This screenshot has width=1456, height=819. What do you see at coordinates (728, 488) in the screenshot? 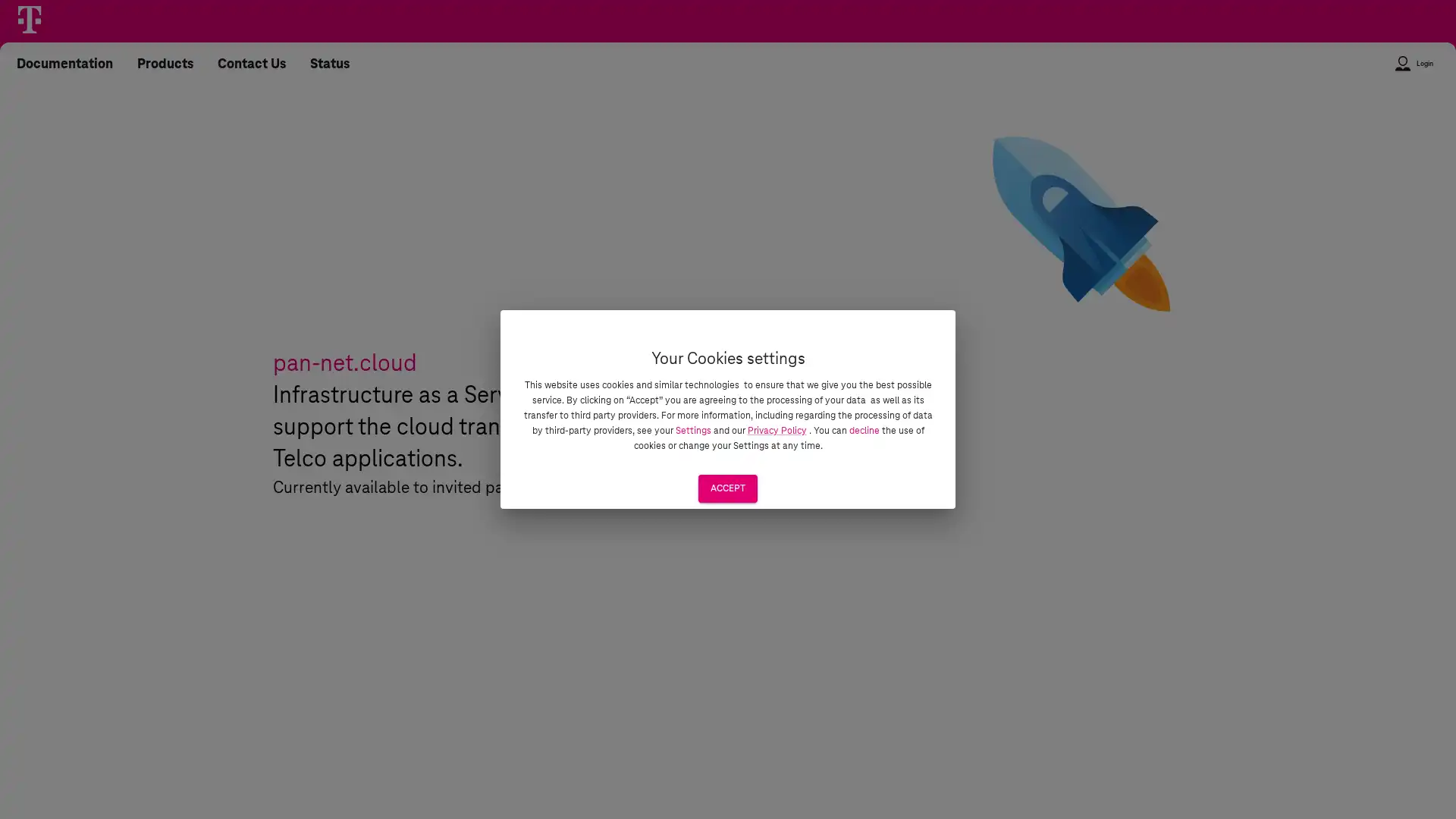
I see `ACCEPT` at bounding box center [728, 488].